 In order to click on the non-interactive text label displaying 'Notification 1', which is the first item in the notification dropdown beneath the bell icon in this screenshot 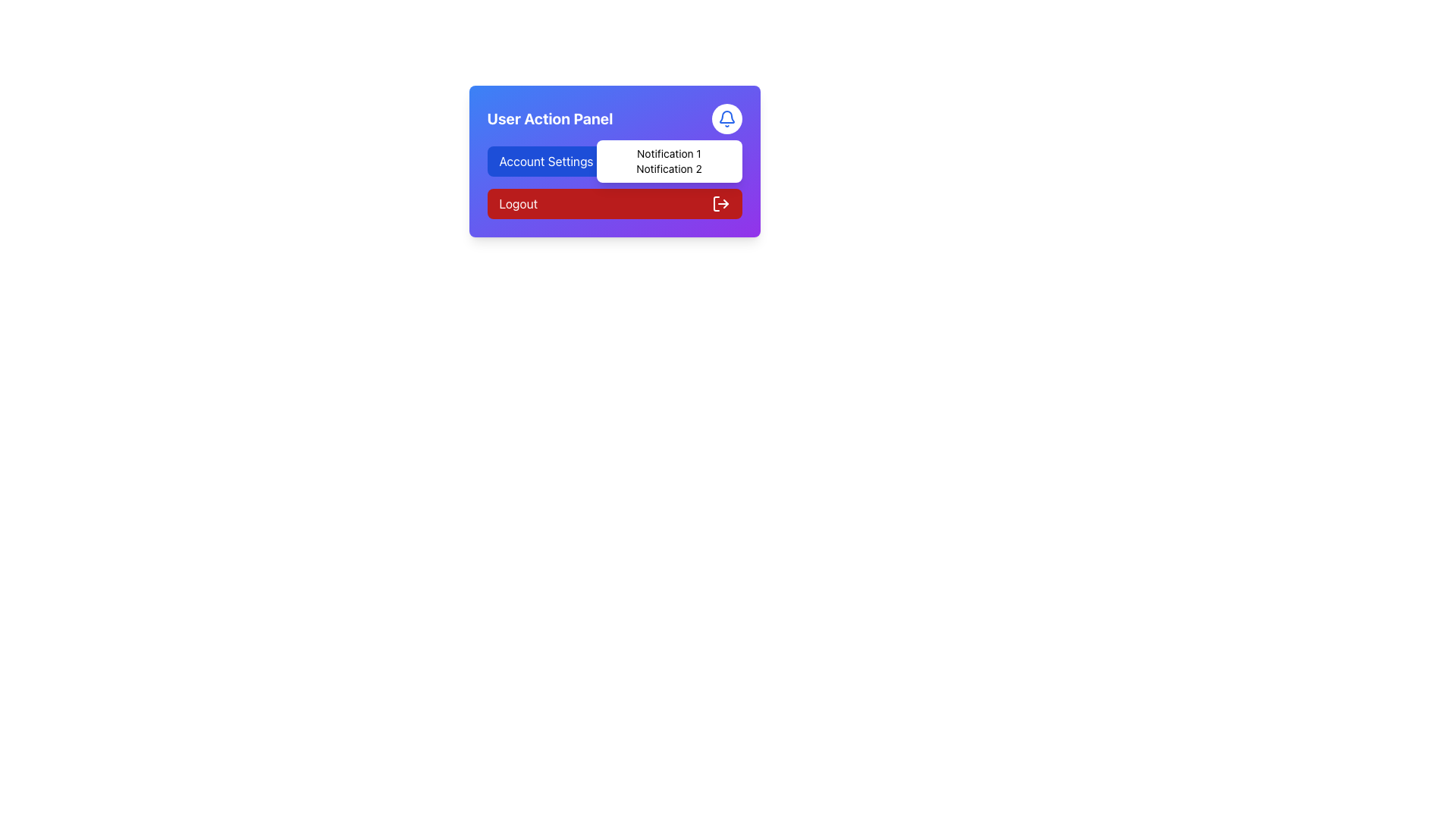, I will do `click(668, 154)`.